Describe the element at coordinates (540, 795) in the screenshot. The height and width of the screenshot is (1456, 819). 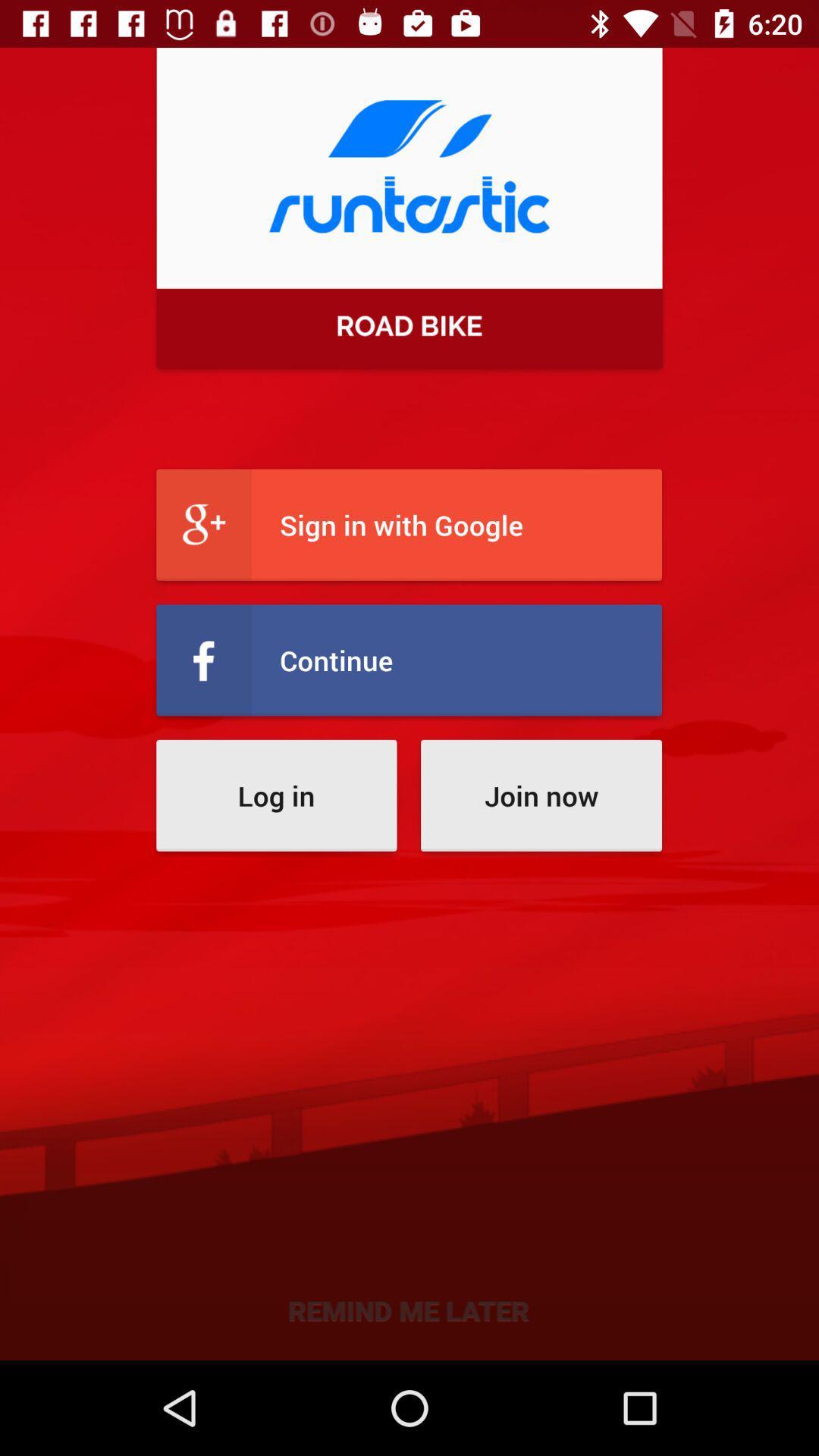
I see `the item below the continue` at that location.